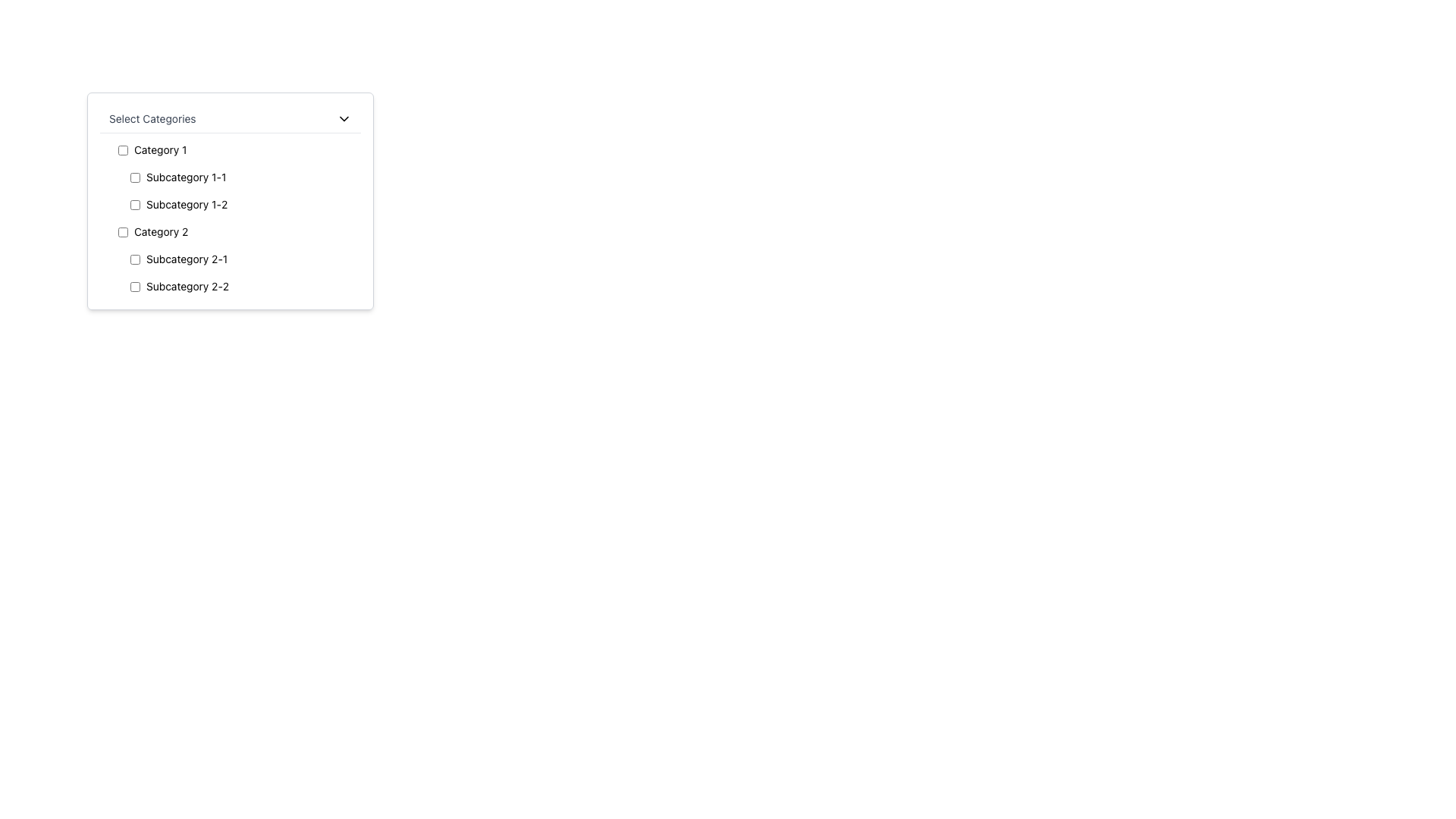  I want to click on the checkbox for 'Subcategory 2-1', so click(135, 259).